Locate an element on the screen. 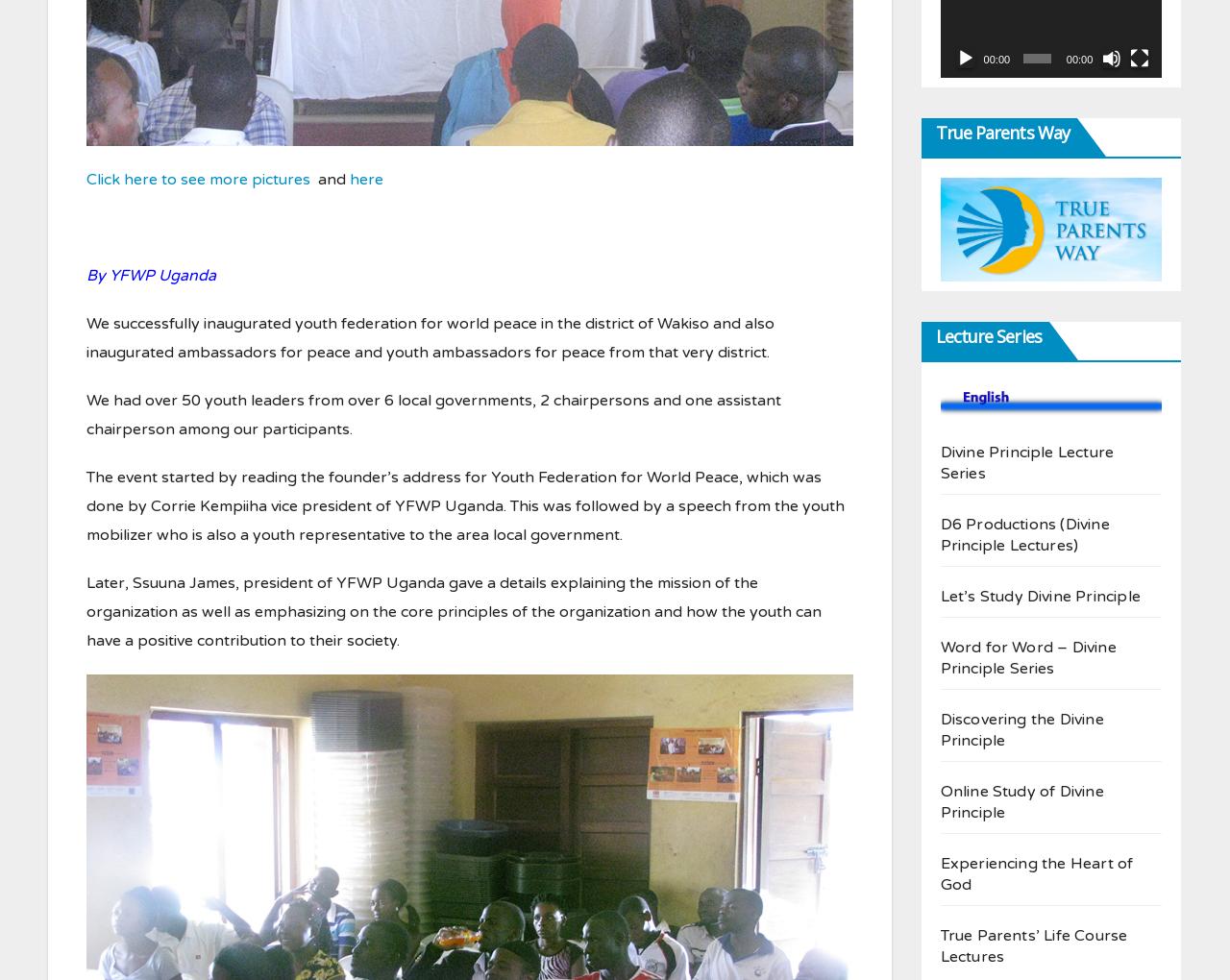  'The event started by reading the founder’s address for Youth Federation for World Peace, which was done by Corrie Kempiiha vice president of YFWP Uganda. This was followed by a speech from the youth mobilizer who is also a youth representative to the area local government.' is located at coordinates (465, 504).